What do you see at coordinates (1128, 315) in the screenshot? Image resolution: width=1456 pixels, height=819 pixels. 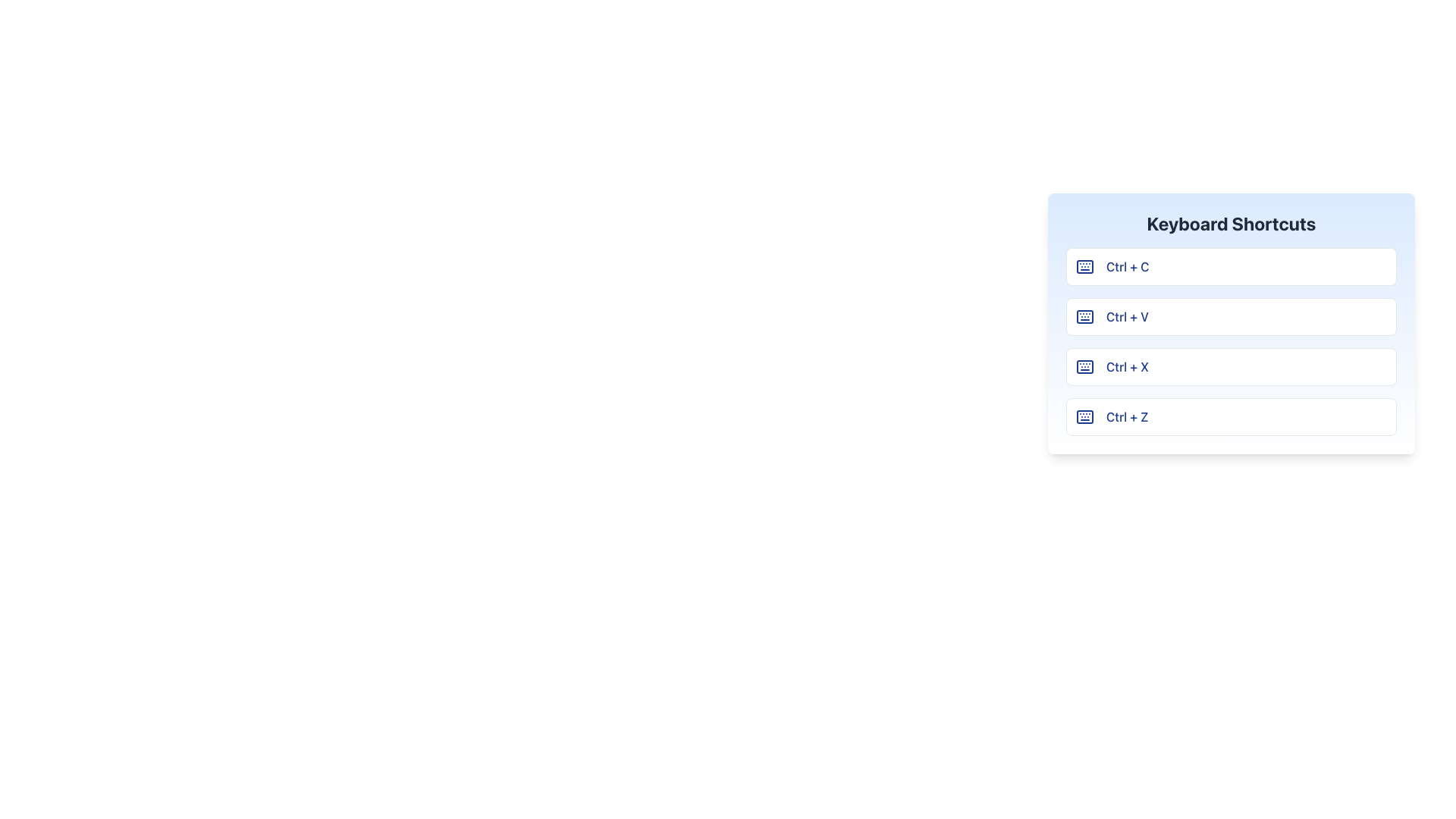 I see `the static text label indicating the 'Ctrl + V' keyboard shortcut, which is the second item in the list of keyboard shortcuts` at bounding box center [1128, 315].